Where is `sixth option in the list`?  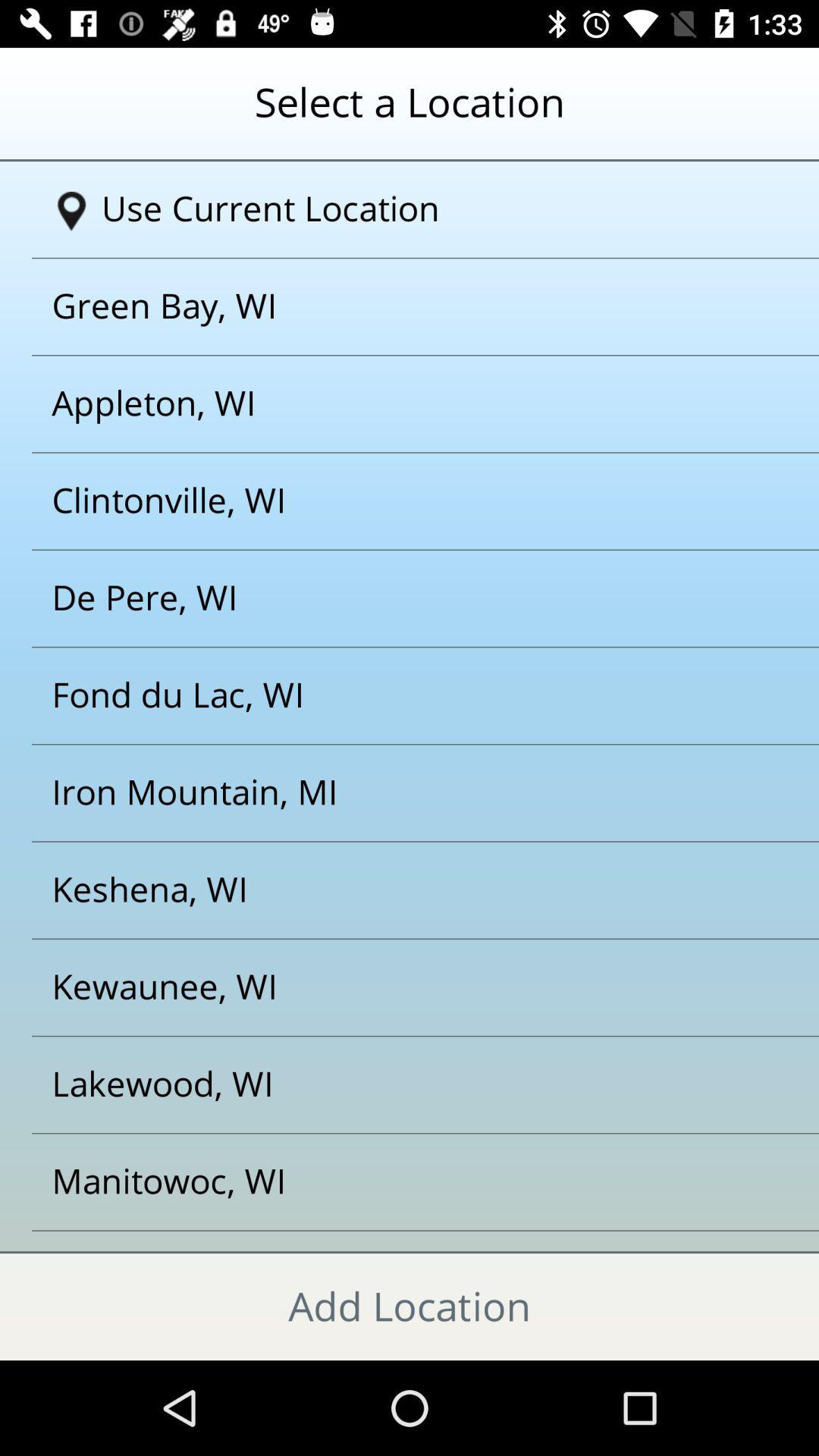 sixth option in the list is located at coordinates (390, 695).